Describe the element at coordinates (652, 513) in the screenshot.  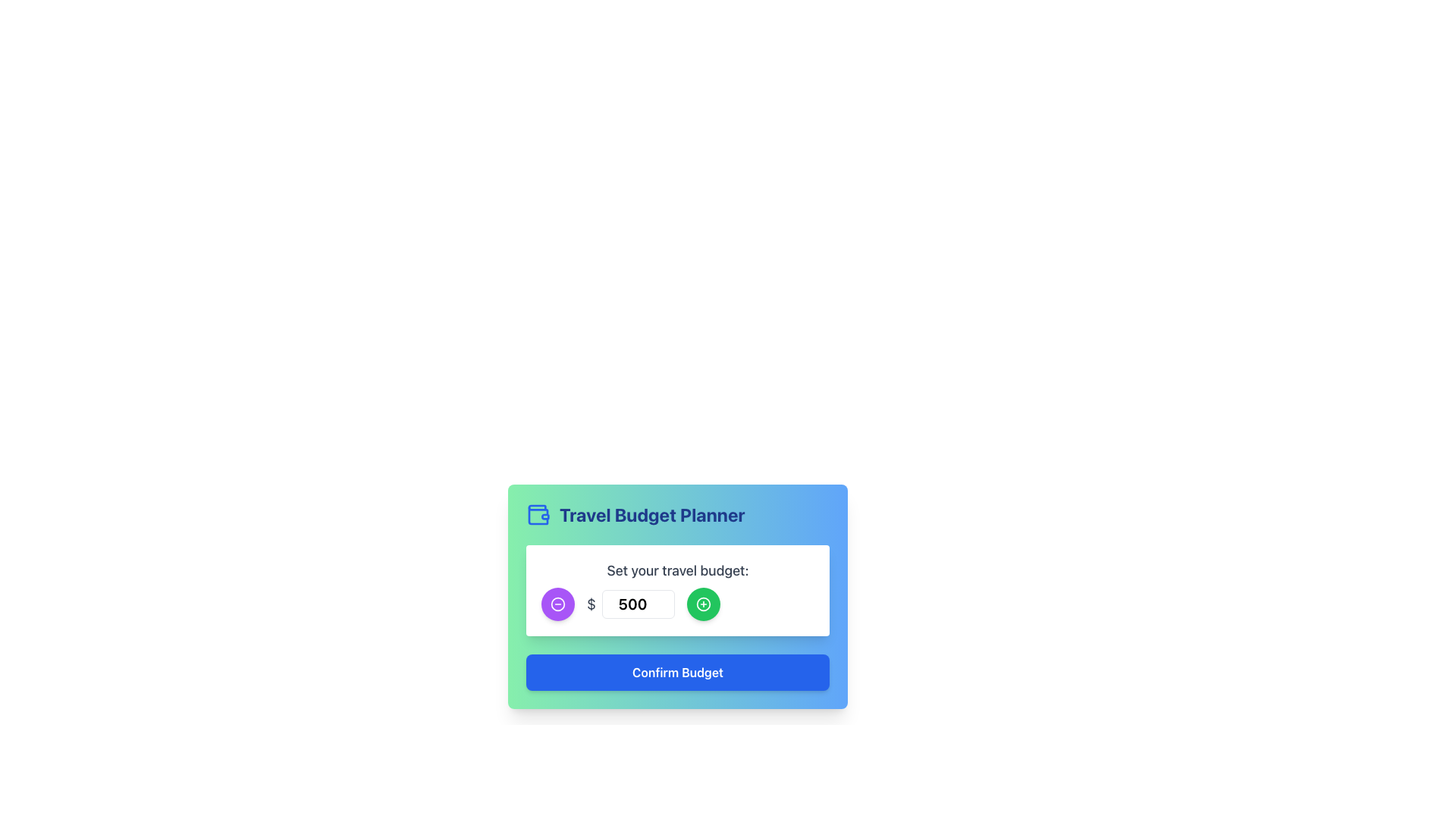
I see `the text label that serves as the title for the travel budget planning tool, which is centrally positioned near the upper area of a rectangular panel, to the right of a wallet icon` at that location.